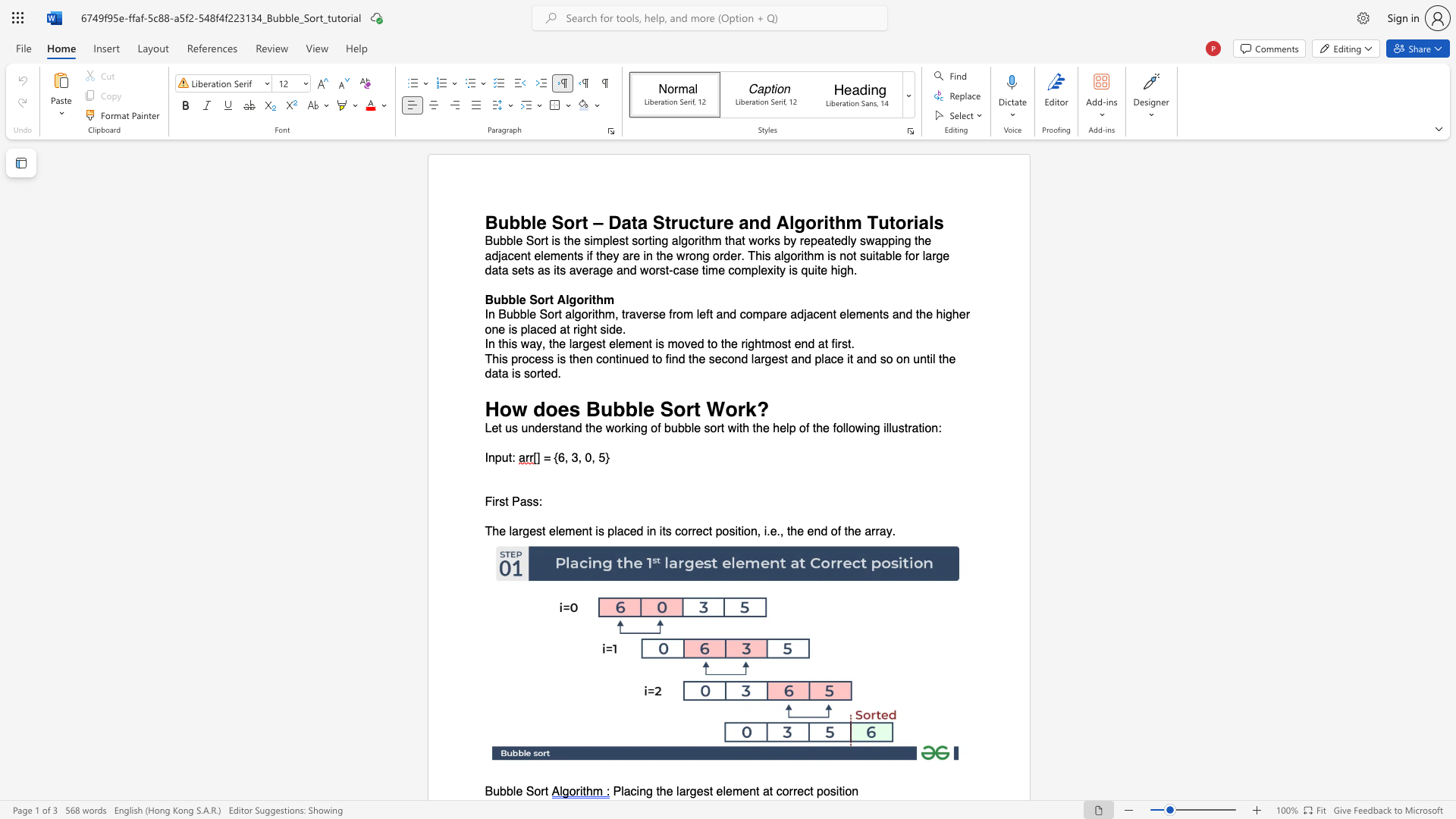 The image size is (1456, 819). Describe the element at coordinates (818, 428) in the screenshot. I see `the 5th character "h" in the text` at that location.